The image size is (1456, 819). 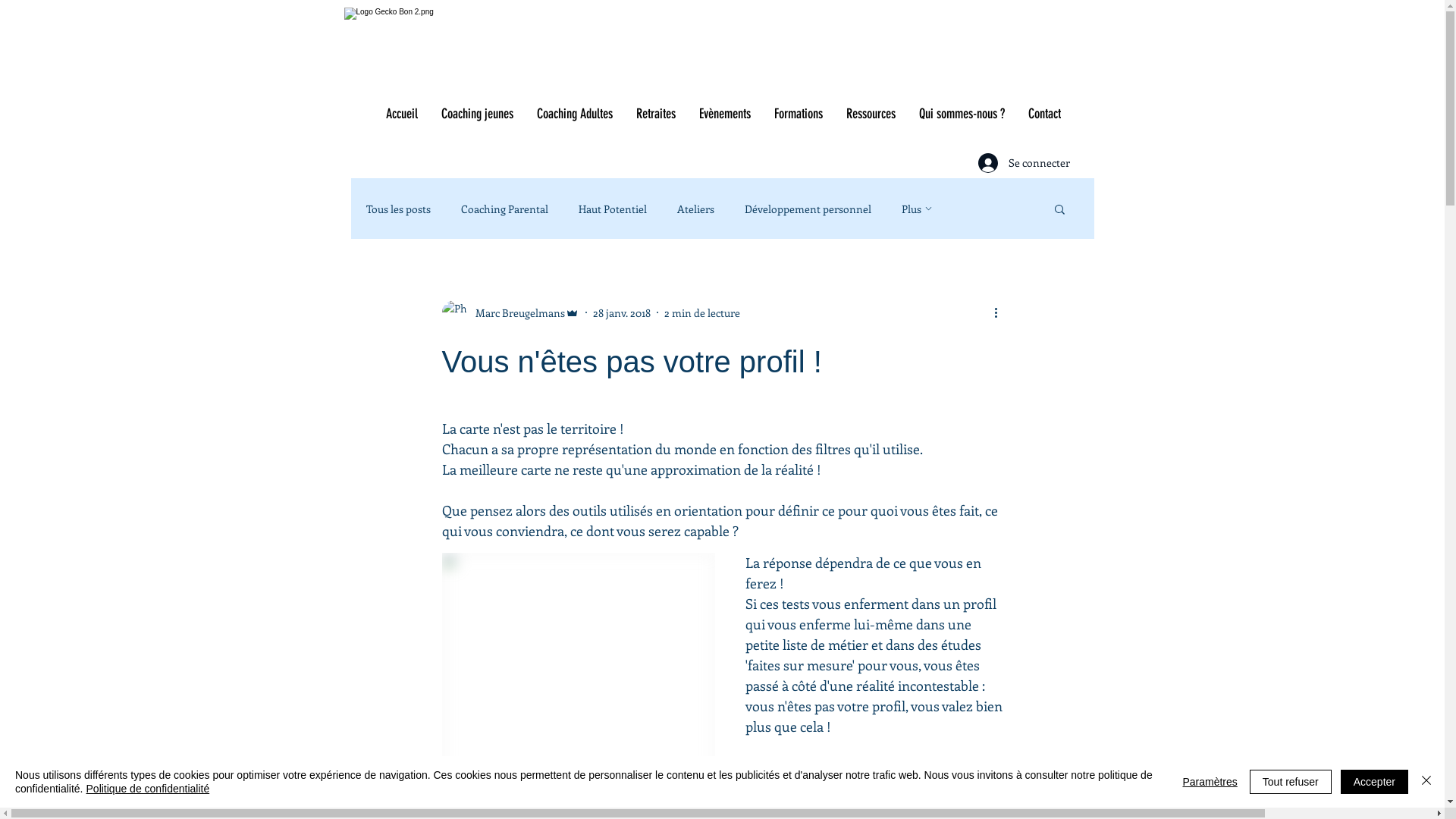 What do you see at coordinates (510, 312) in the screenshot?
I see `'Marc Breugelmans'` at bounding box center [510, 312].